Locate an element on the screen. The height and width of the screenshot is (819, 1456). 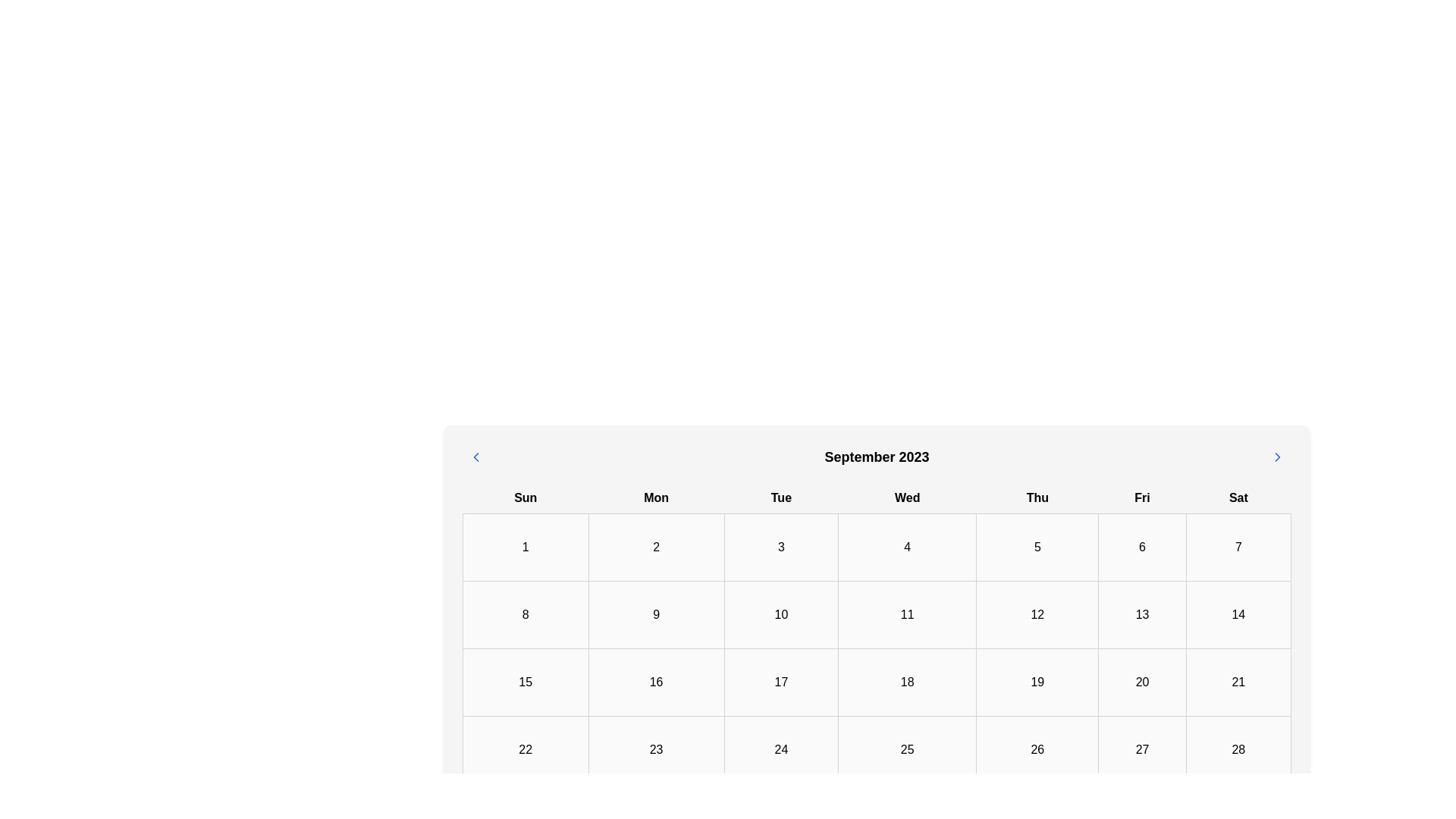
the calendar day button representing the sixth day in the row under the 'Fri' column, two rows from the bottom is located at coordinates (1142, 748).